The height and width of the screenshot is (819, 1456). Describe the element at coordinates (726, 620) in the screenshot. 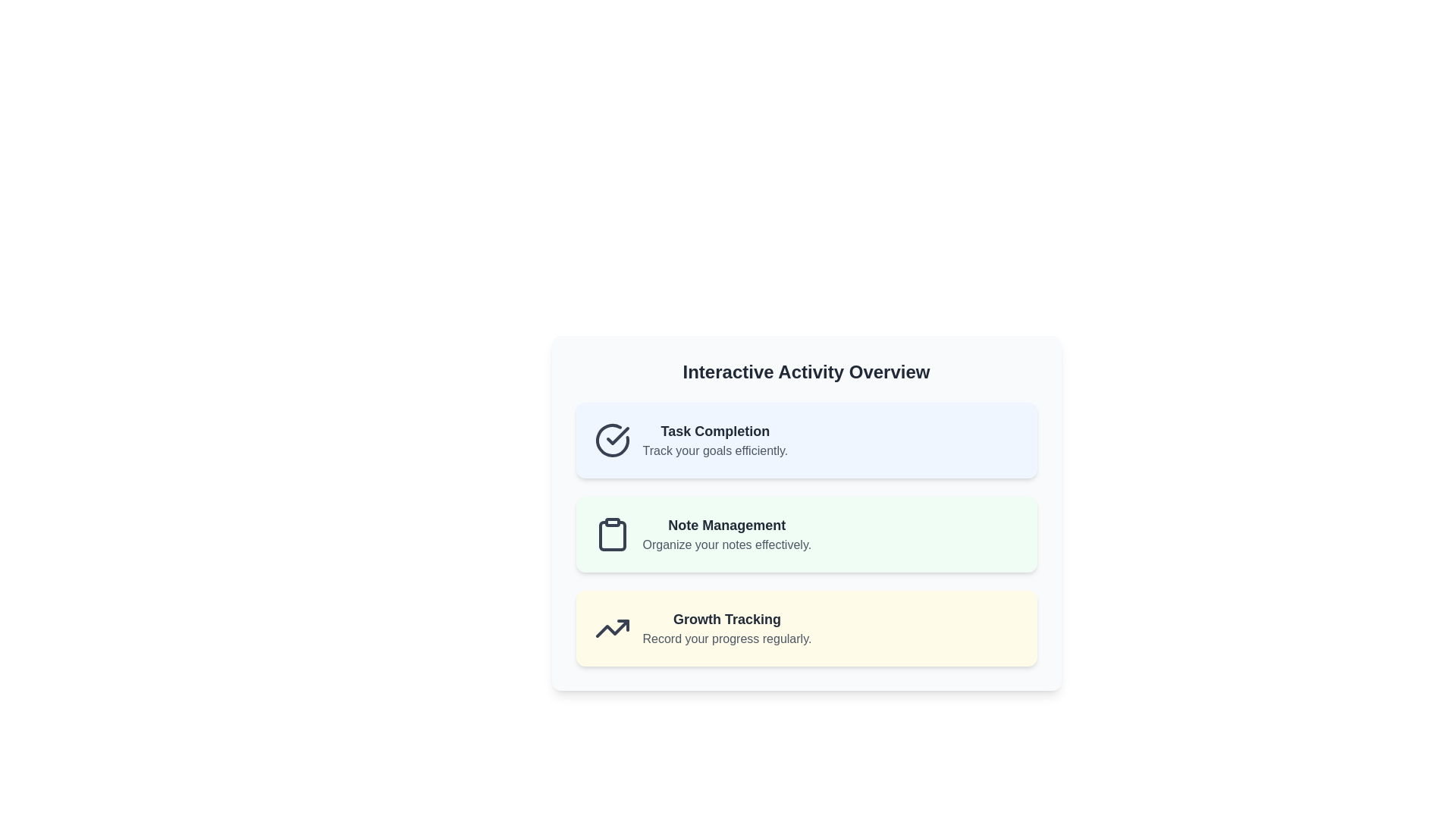

I see `the 'Growth Tracking' text label, which is a bold, large dark gray text in a yellow-tinted section of the interface` at that location.